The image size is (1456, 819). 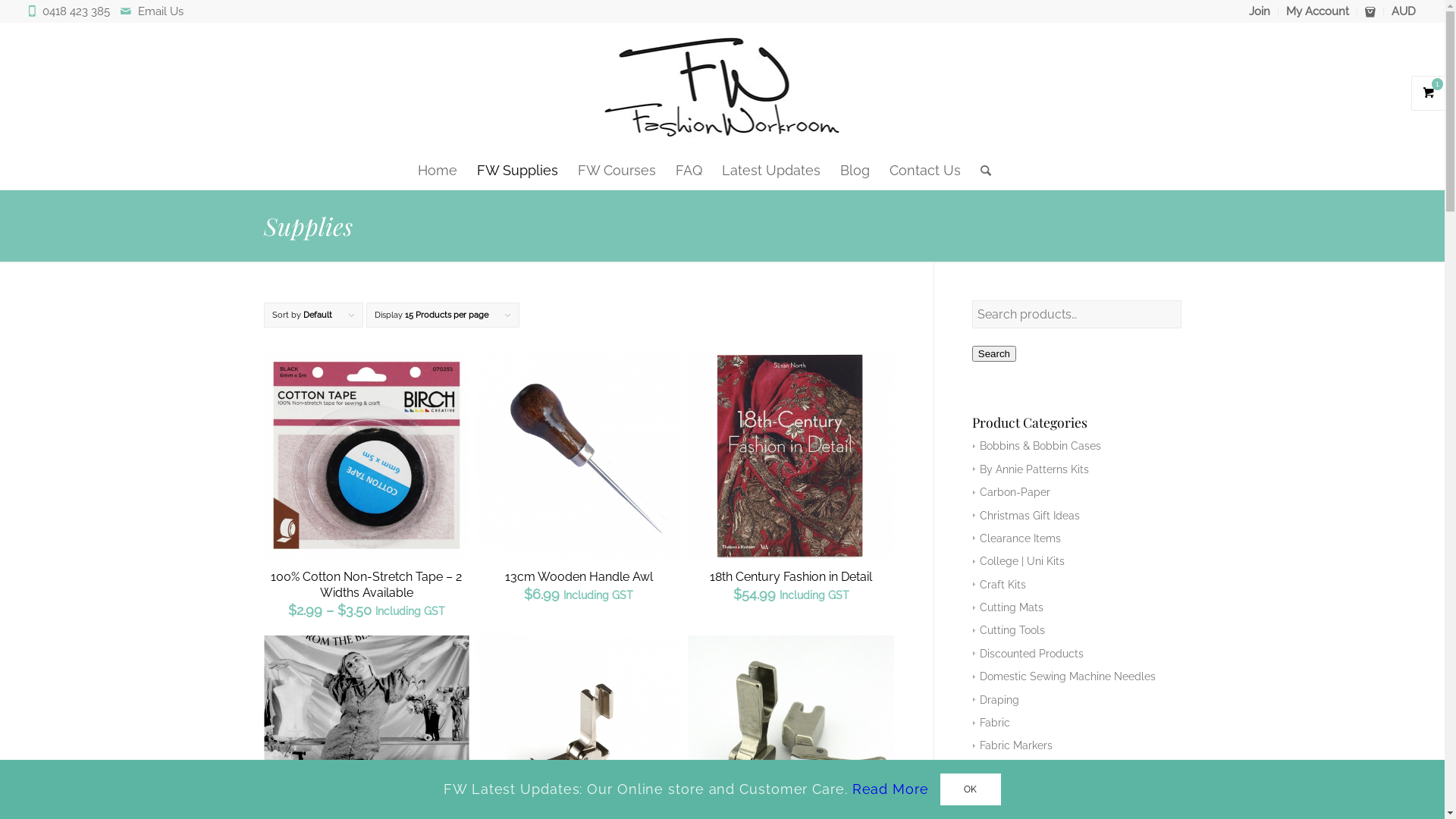 I want to click on 'Draping', so click(x=996, y=699).